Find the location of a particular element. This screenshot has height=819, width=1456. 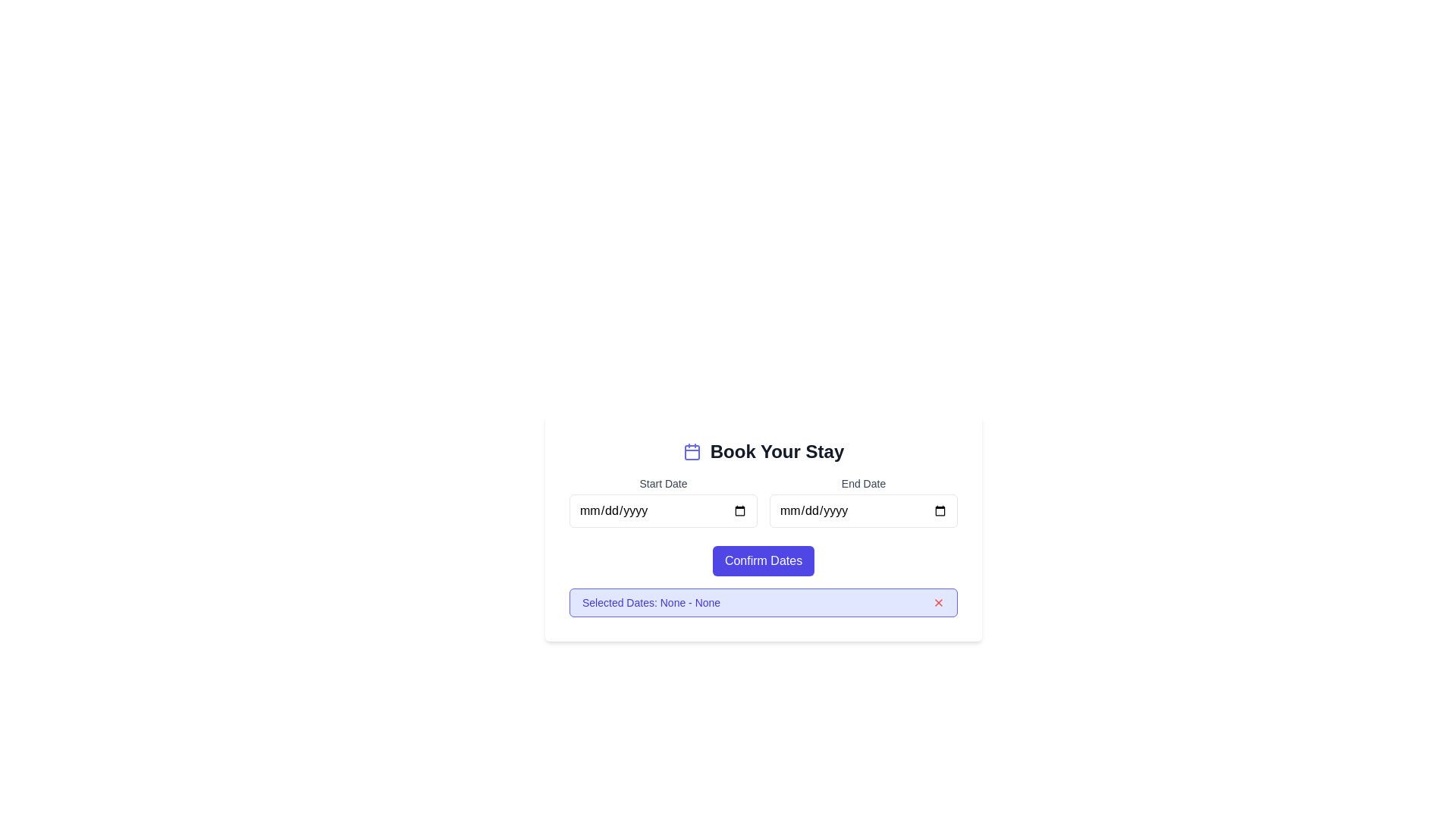

the small indigo calendar icon located on the left side within the heading frame, next to the text 'Book Your Stay.' is located at coordinates (691, 451).